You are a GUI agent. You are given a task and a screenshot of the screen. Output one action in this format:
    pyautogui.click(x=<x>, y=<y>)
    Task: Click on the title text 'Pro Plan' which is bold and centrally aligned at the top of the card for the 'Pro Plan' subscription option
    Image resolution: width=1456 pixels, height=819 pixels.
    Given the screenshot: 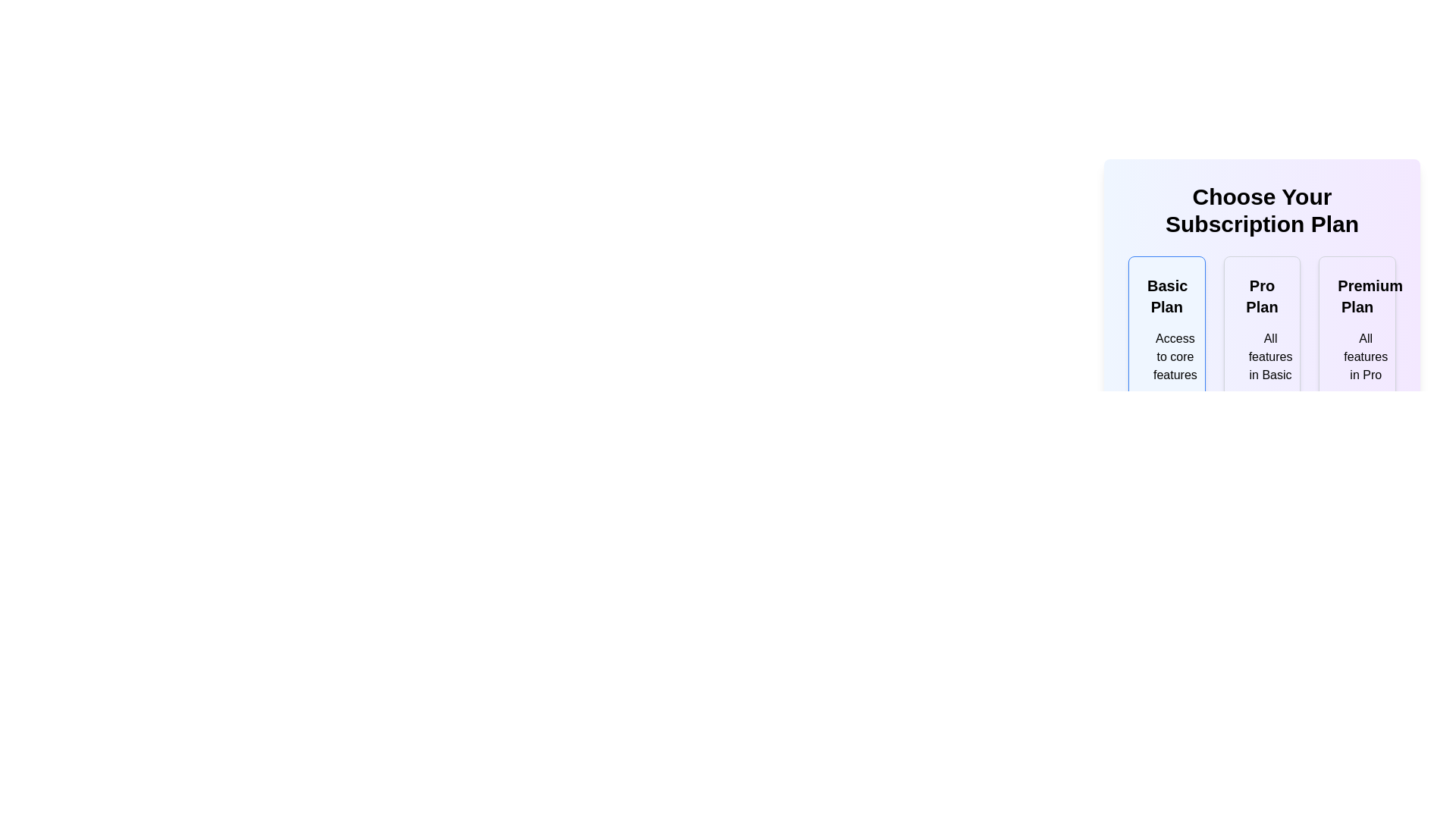 What is the action you would take?
    pyautogui.click(x=1262, y=296)
    